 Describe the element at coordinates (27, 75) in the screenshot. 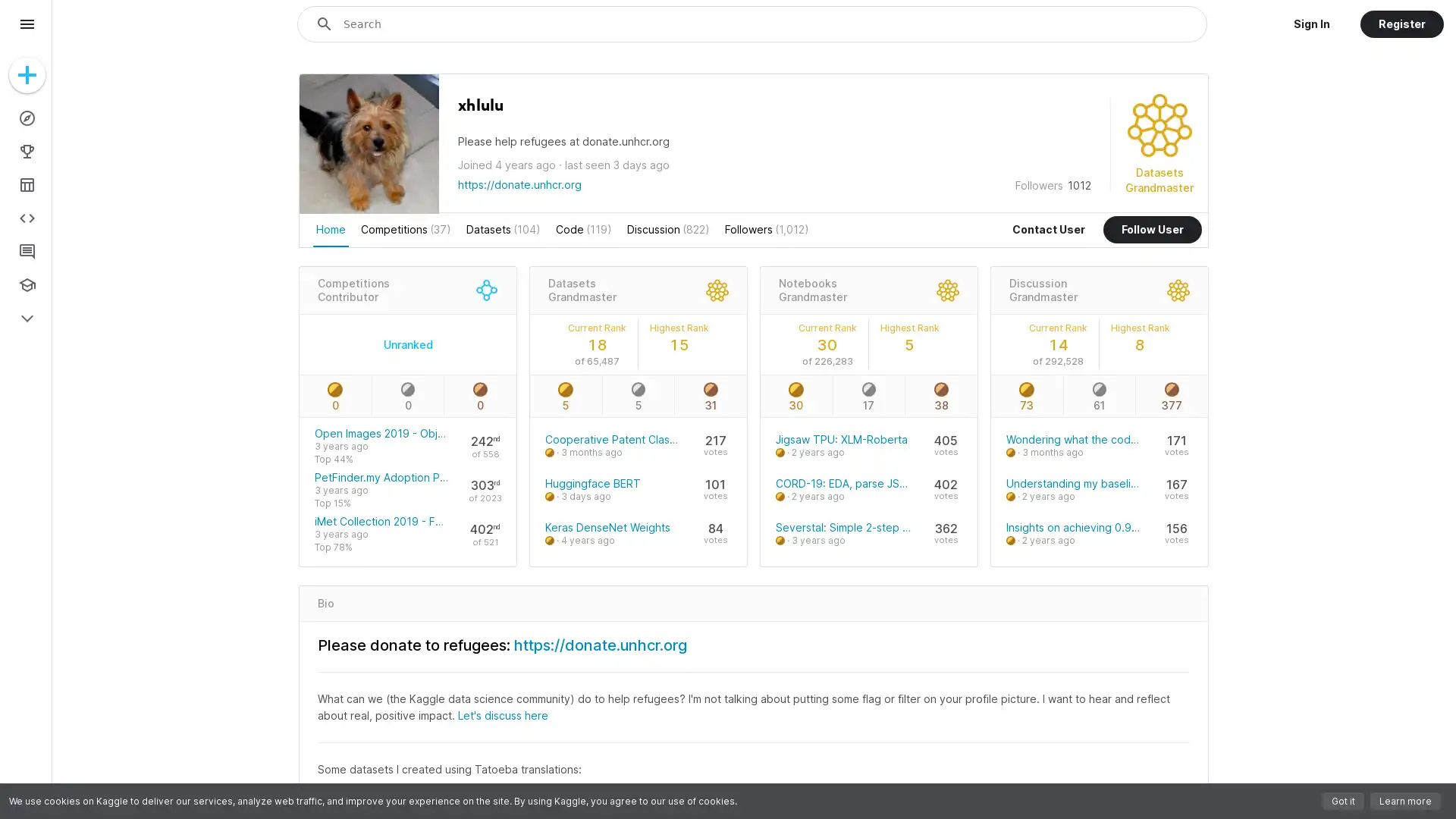

I see `Create` at that location.